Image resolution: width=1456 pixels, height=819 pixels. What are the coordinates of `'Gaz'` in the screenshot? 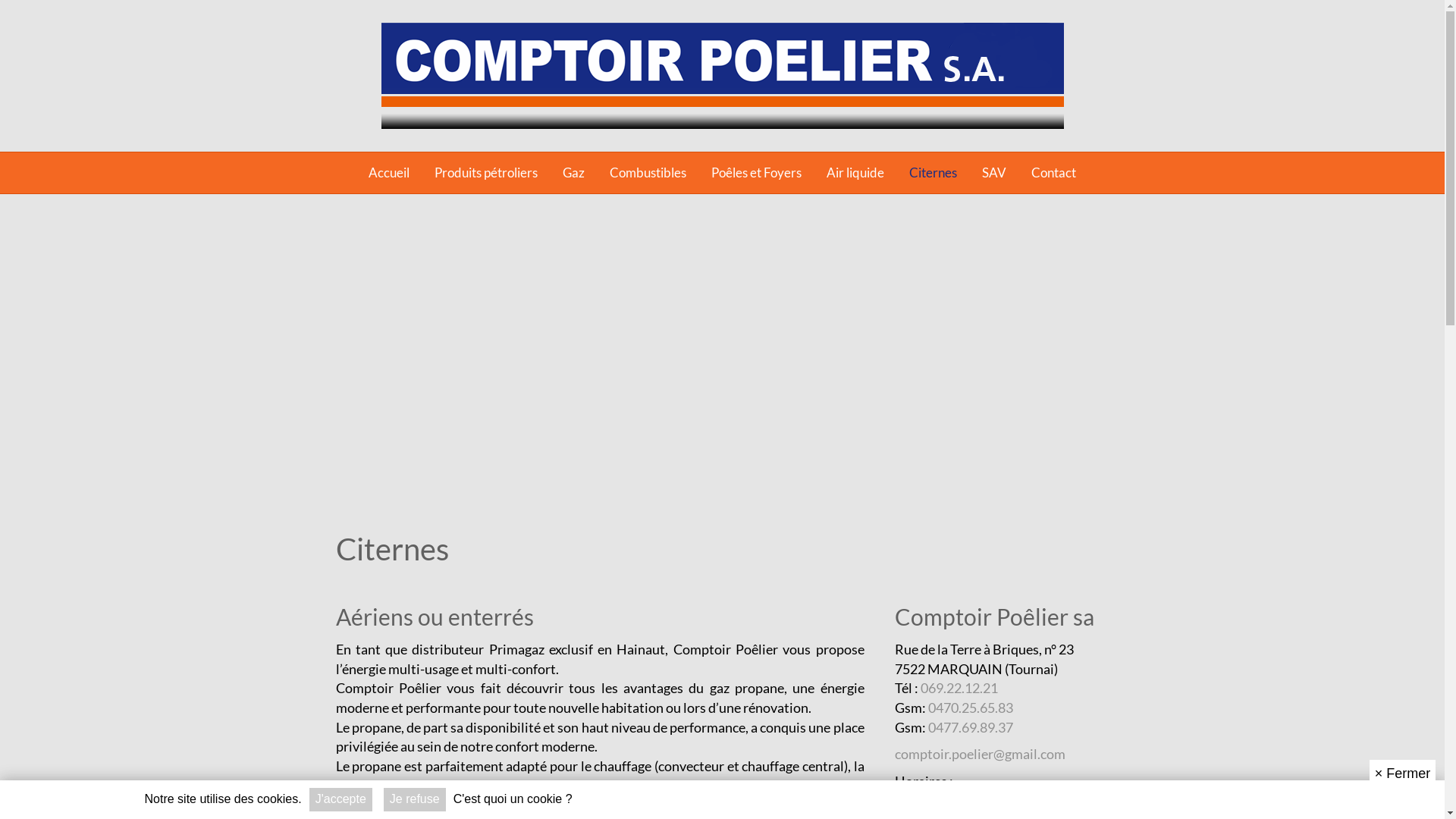 It's located at (573, 171).